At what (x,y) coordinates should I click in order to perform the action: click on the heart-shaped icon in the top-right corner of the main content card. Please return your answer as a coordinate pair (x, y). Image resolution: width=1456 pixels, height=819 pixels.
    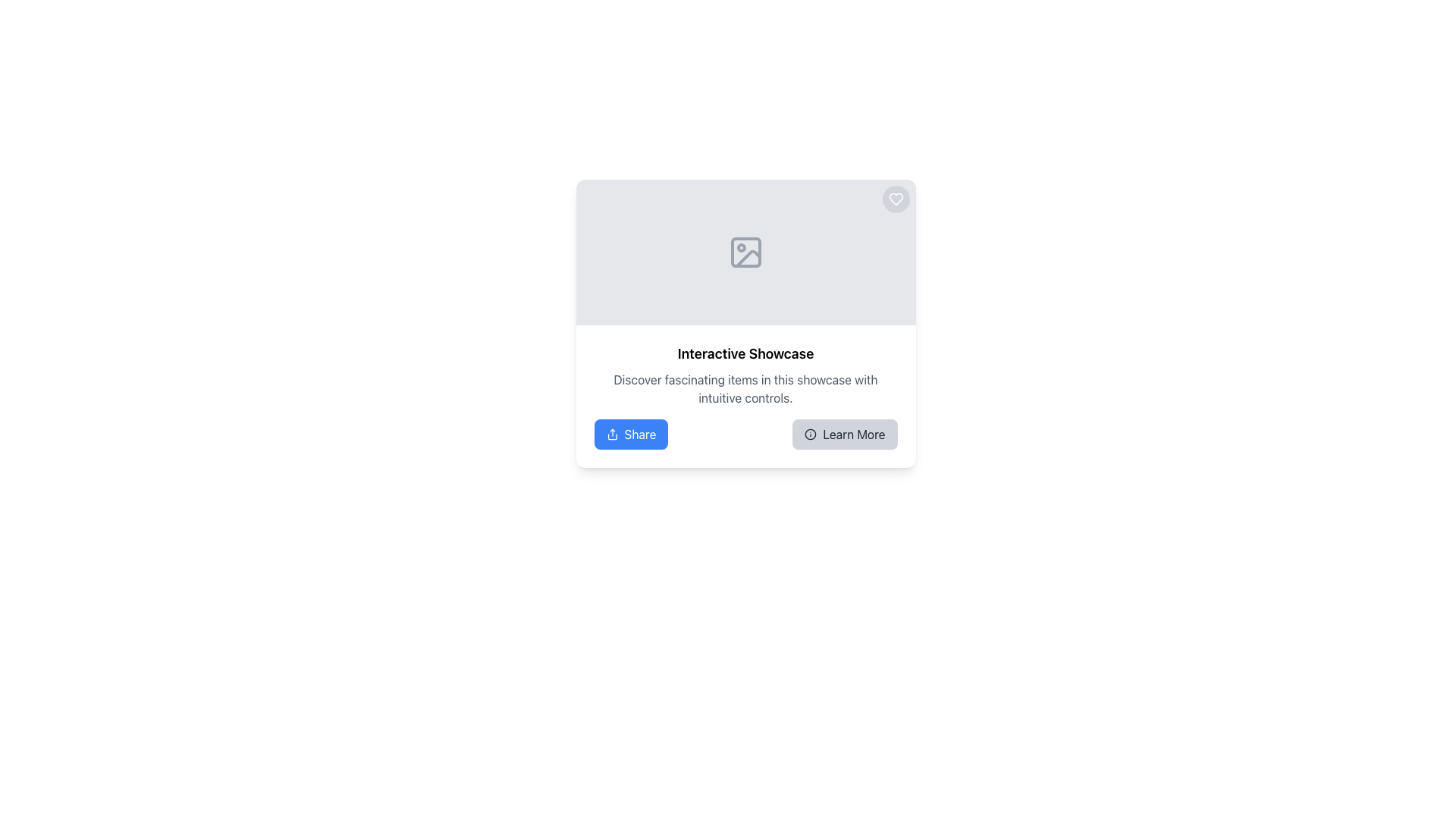
    Looking at the image, I should click on (896, 198).